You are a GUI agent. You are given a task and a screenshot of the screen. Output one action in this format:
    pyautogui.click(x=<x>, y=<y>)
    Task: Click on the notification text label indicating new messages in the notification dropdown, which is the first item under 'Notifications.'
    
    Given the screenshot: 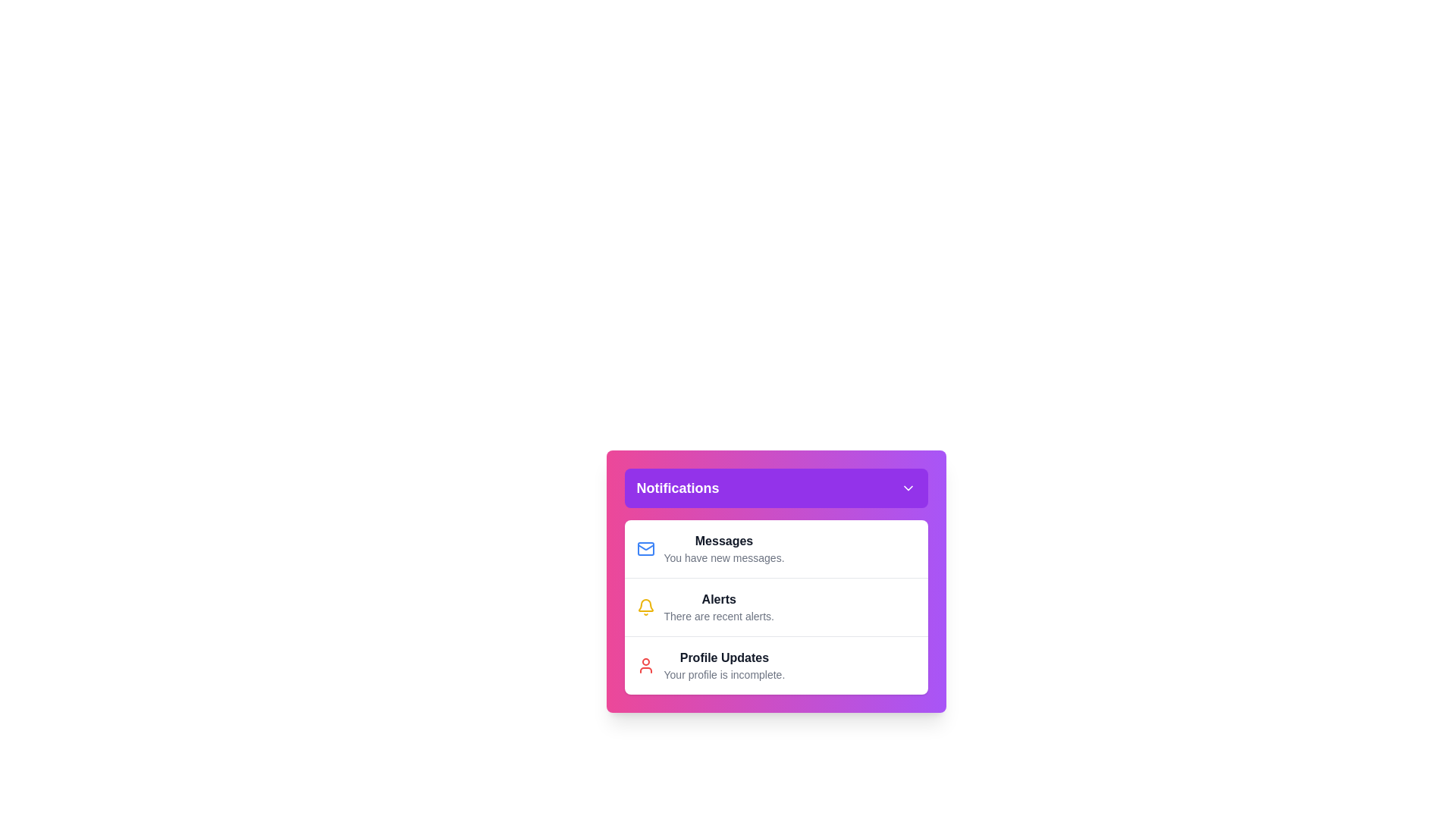 What is the action you would take?
    pyautogui.click(x=723, y=549)
    